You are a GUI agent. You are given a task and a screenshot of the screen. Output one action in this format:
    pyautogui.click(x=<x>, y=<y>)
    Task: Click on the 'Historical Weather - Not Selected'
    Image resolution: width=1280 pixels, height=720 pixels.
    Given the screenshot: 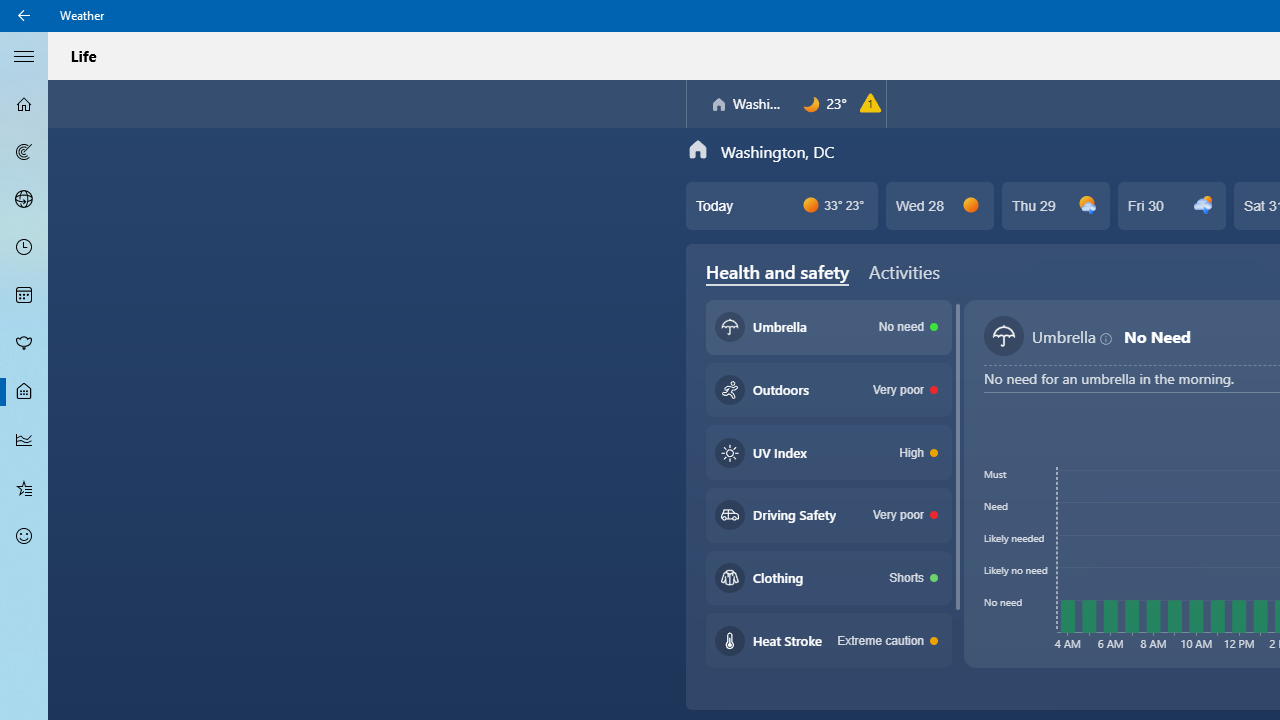 What is the action you would take?
    pyautogui.click(x=24, y=438)
    